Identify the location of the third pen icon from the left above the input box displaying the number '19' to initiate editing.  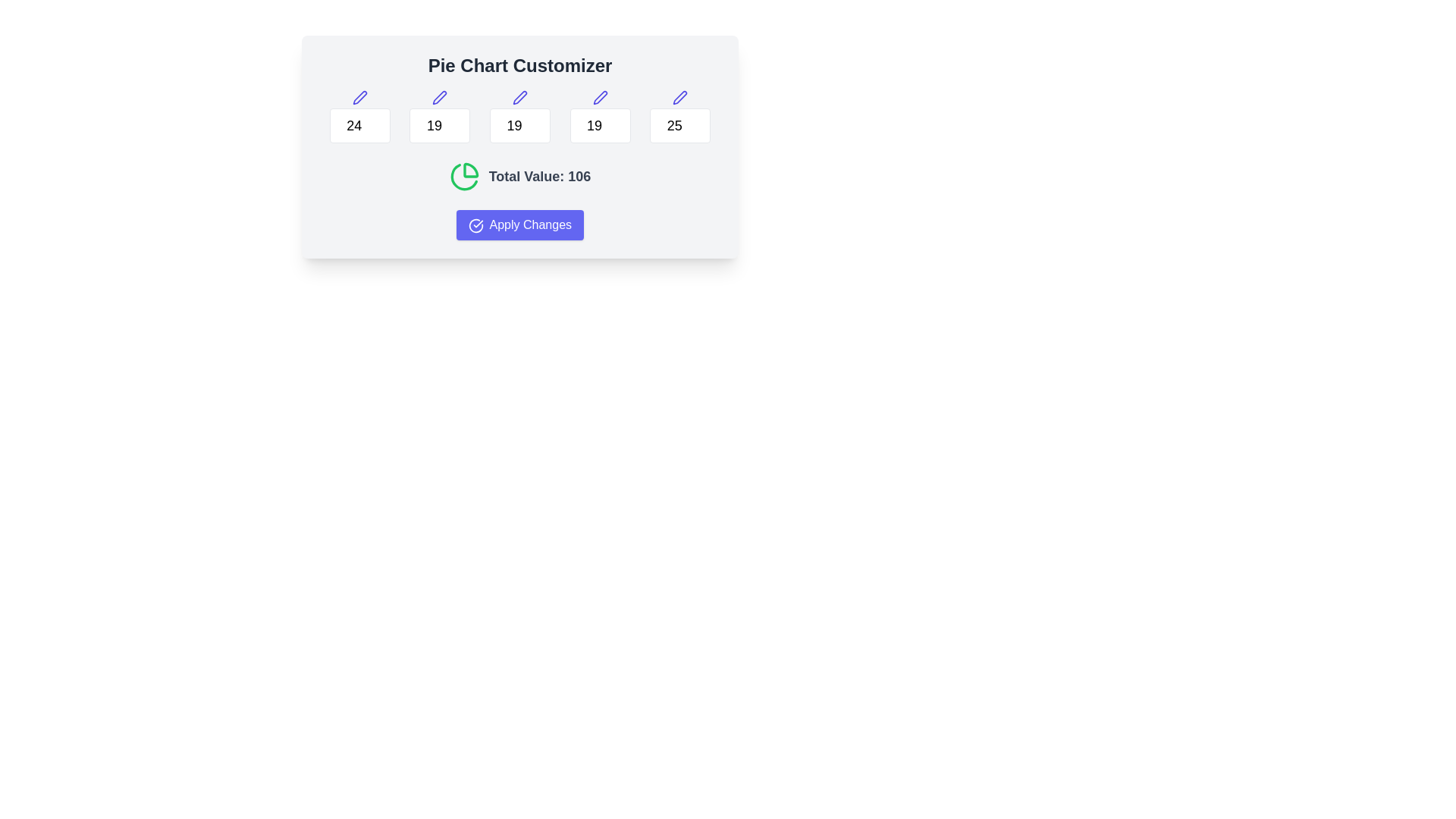
(520, 97).